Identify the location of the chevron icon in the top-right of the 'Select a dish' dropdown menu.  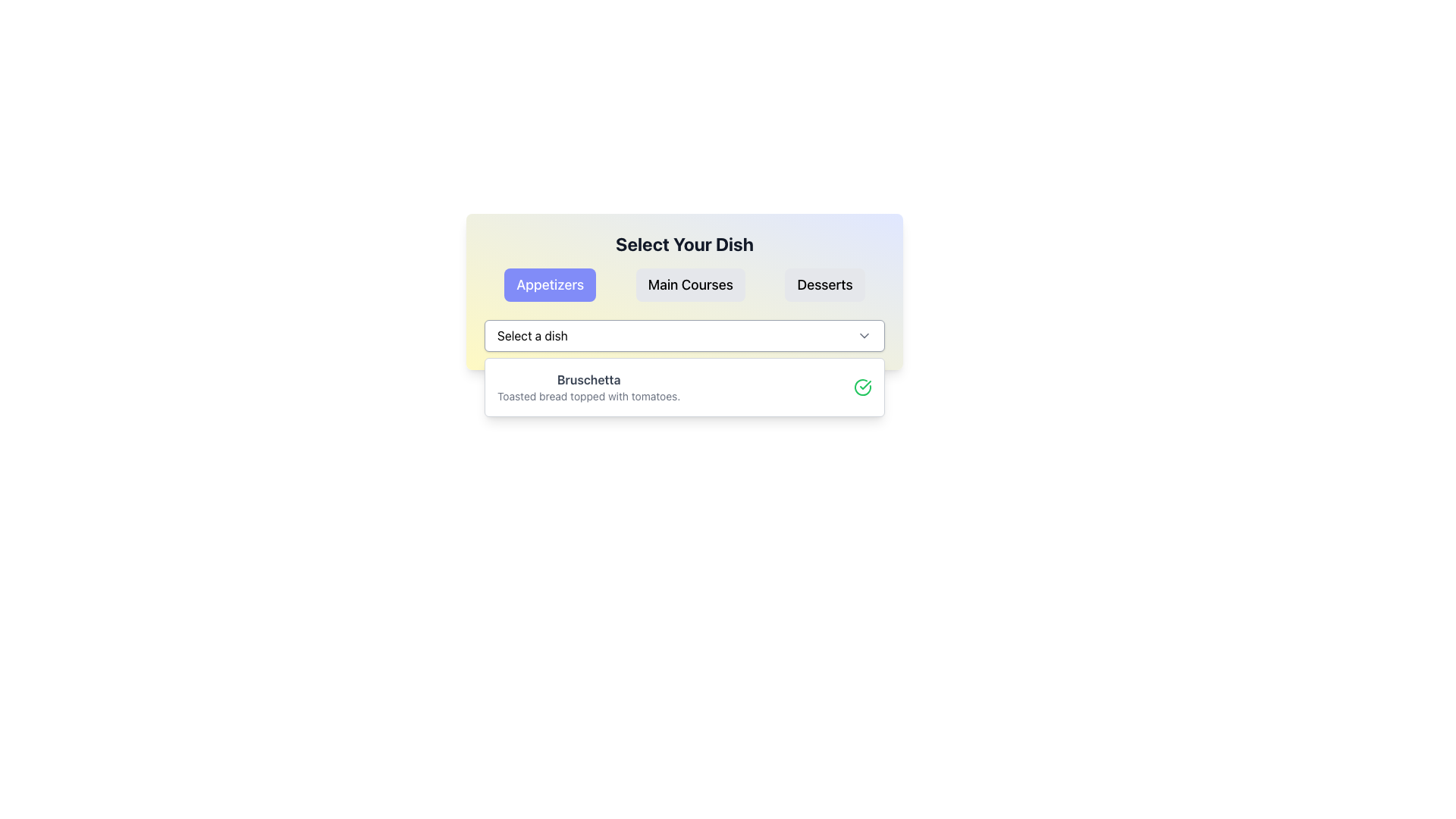
(864, 335).